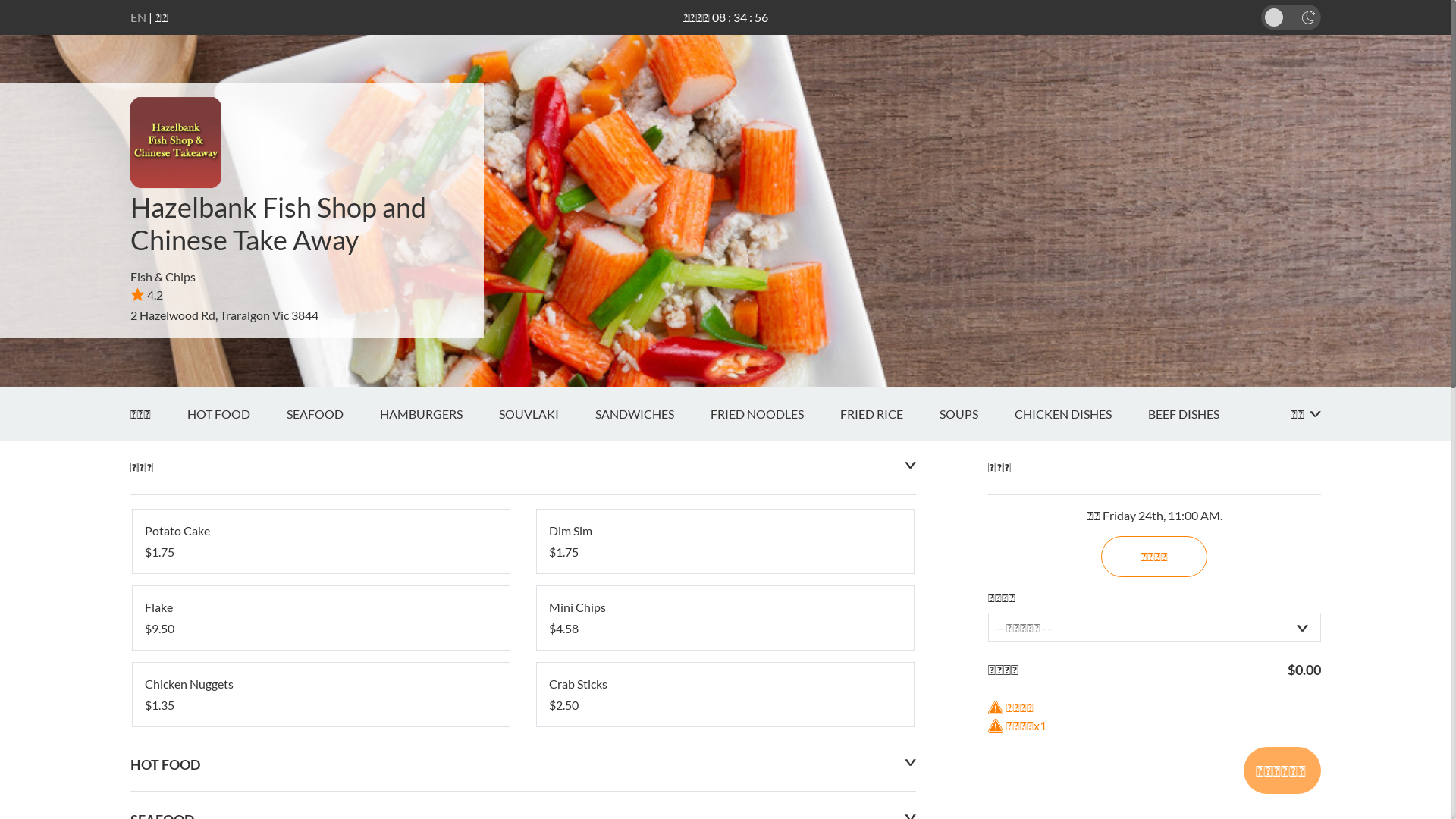  What do you see at coordinates (138, 17) in the screenshot?
I see `'EN'` at bounding box center [138, 17].